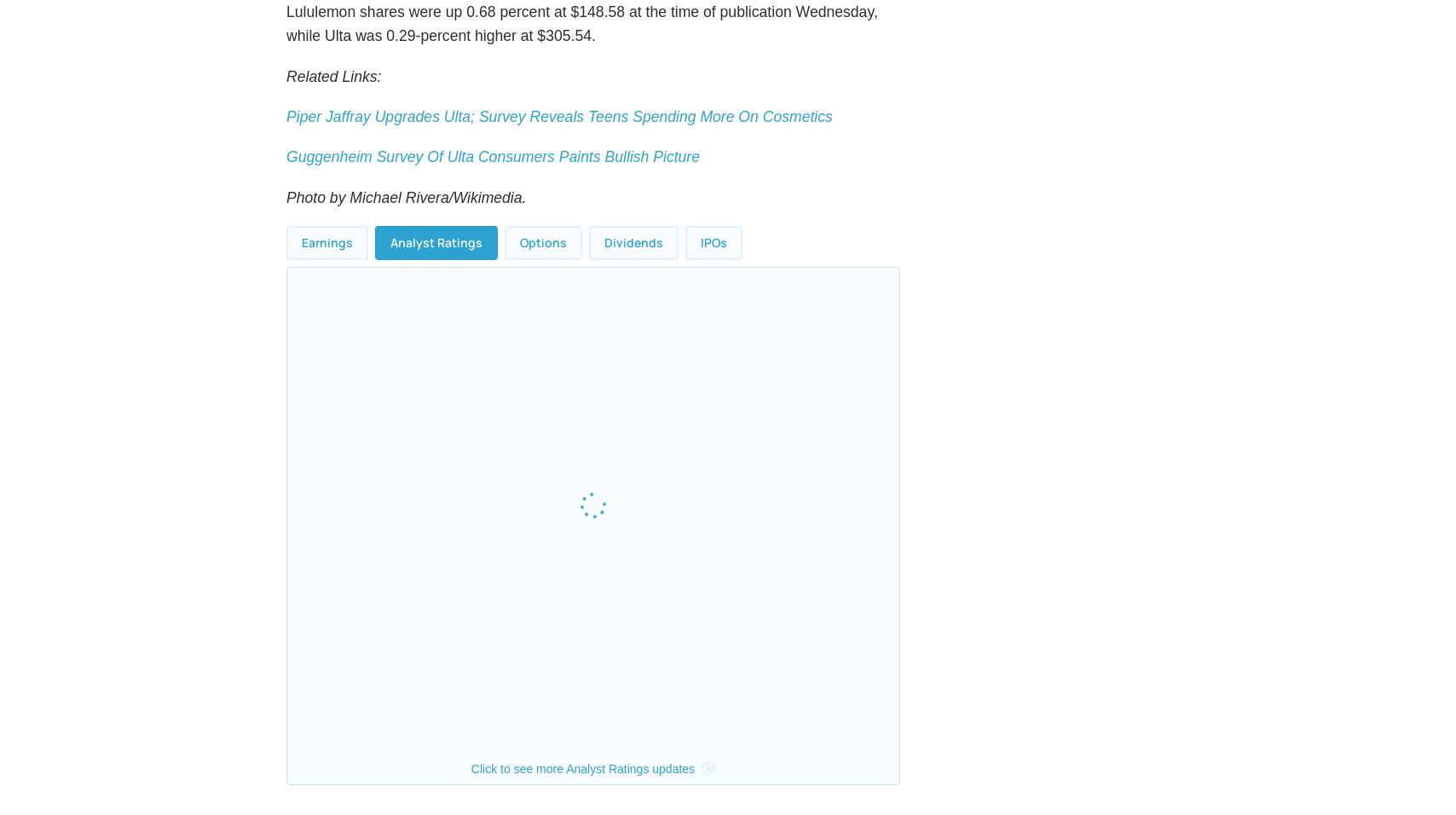 Image resolution: width=1456 pixels, height=815 pixels. What do you see at coordinates (333, 116) in the screenshot?
I see `'Related Links:'` at bounding box center [333, 116].